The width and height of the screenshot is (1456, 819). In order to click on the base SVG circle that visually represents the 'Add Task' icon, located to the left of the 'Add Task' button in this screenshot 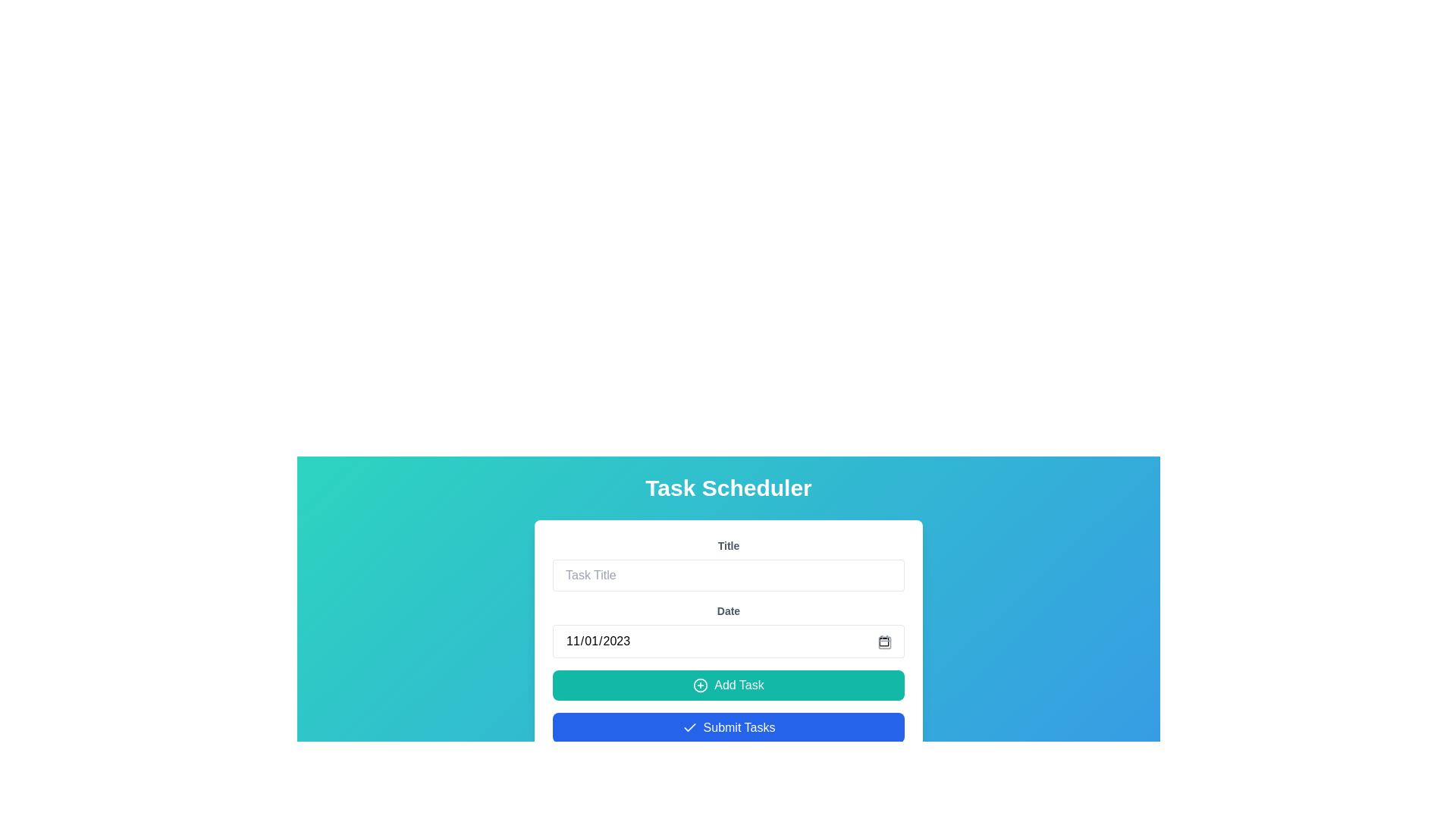, I will do `click(700, 685)`.